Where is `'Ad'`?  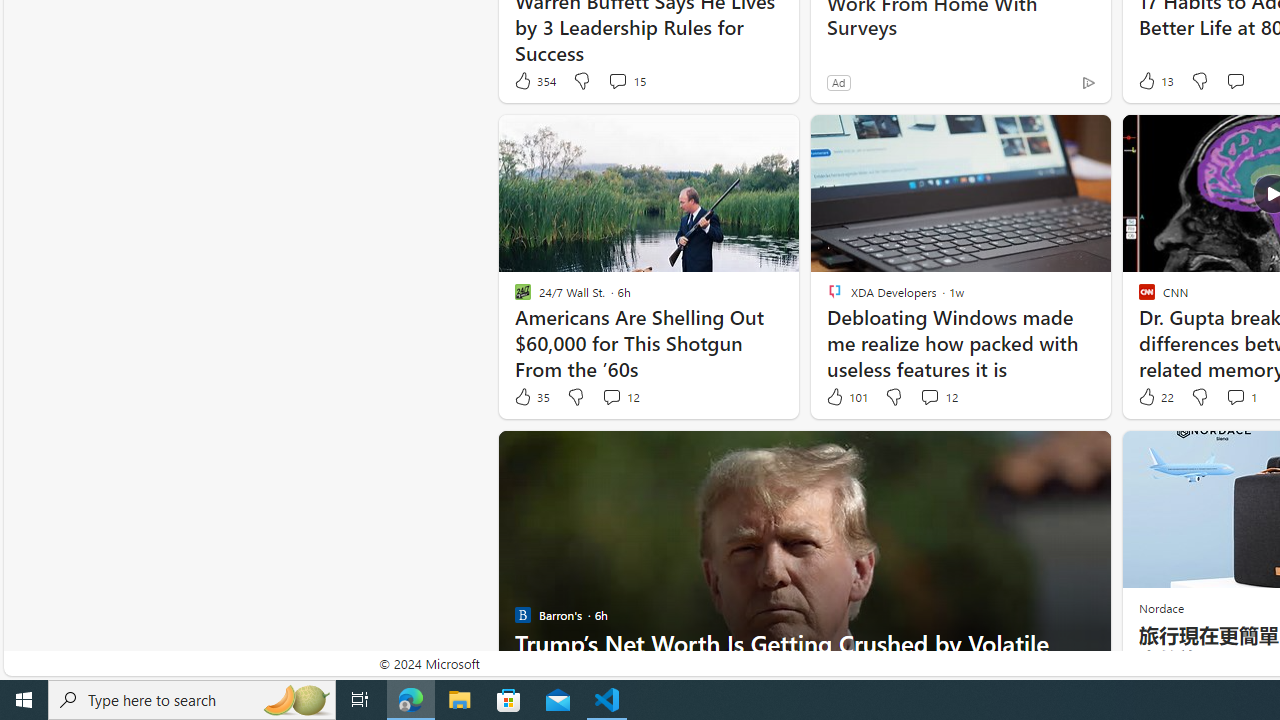
'Ad' is located at coordinates (838, 81).